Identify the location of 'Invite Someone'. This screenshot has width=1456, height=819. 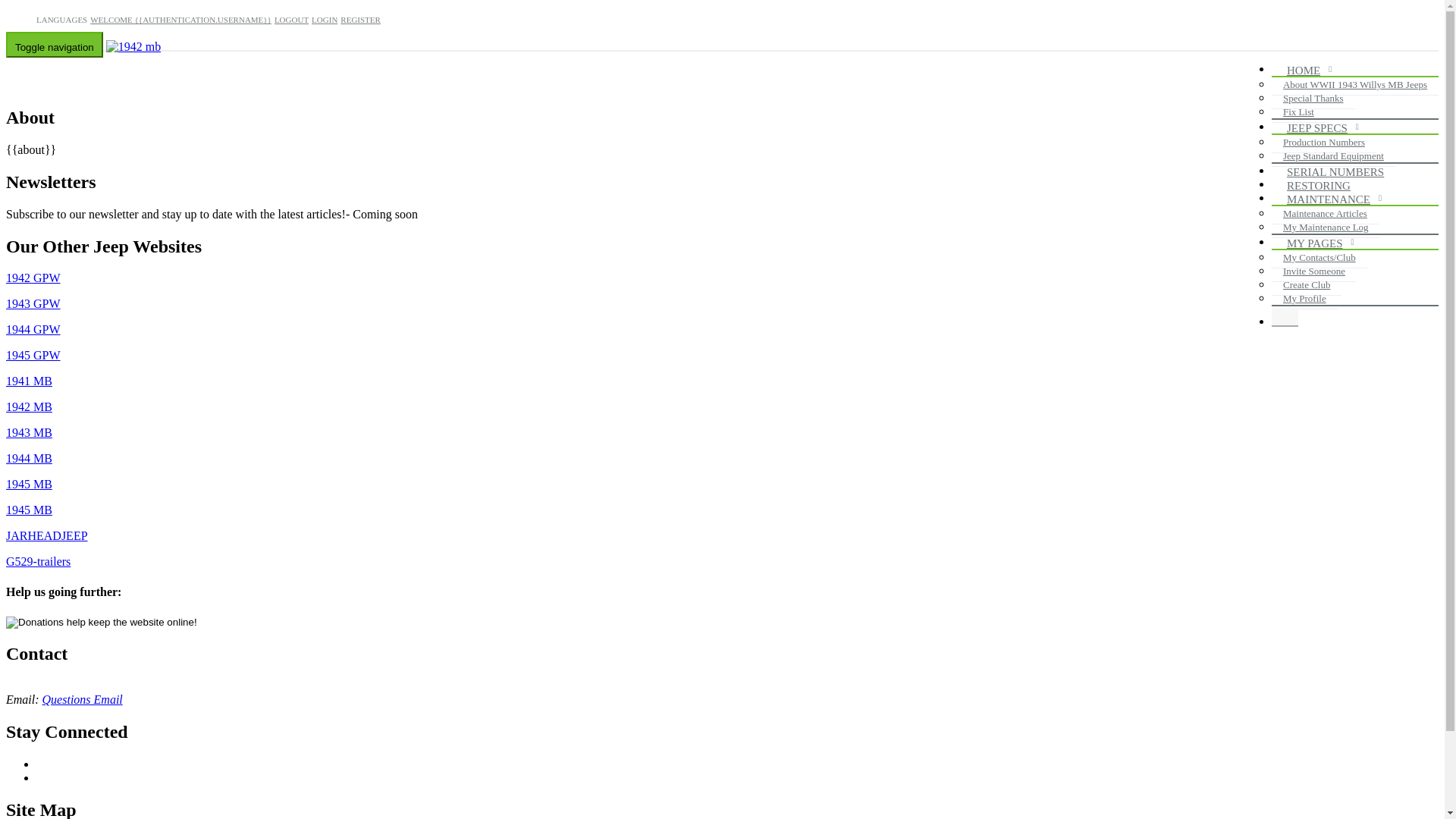
(1313, 271).